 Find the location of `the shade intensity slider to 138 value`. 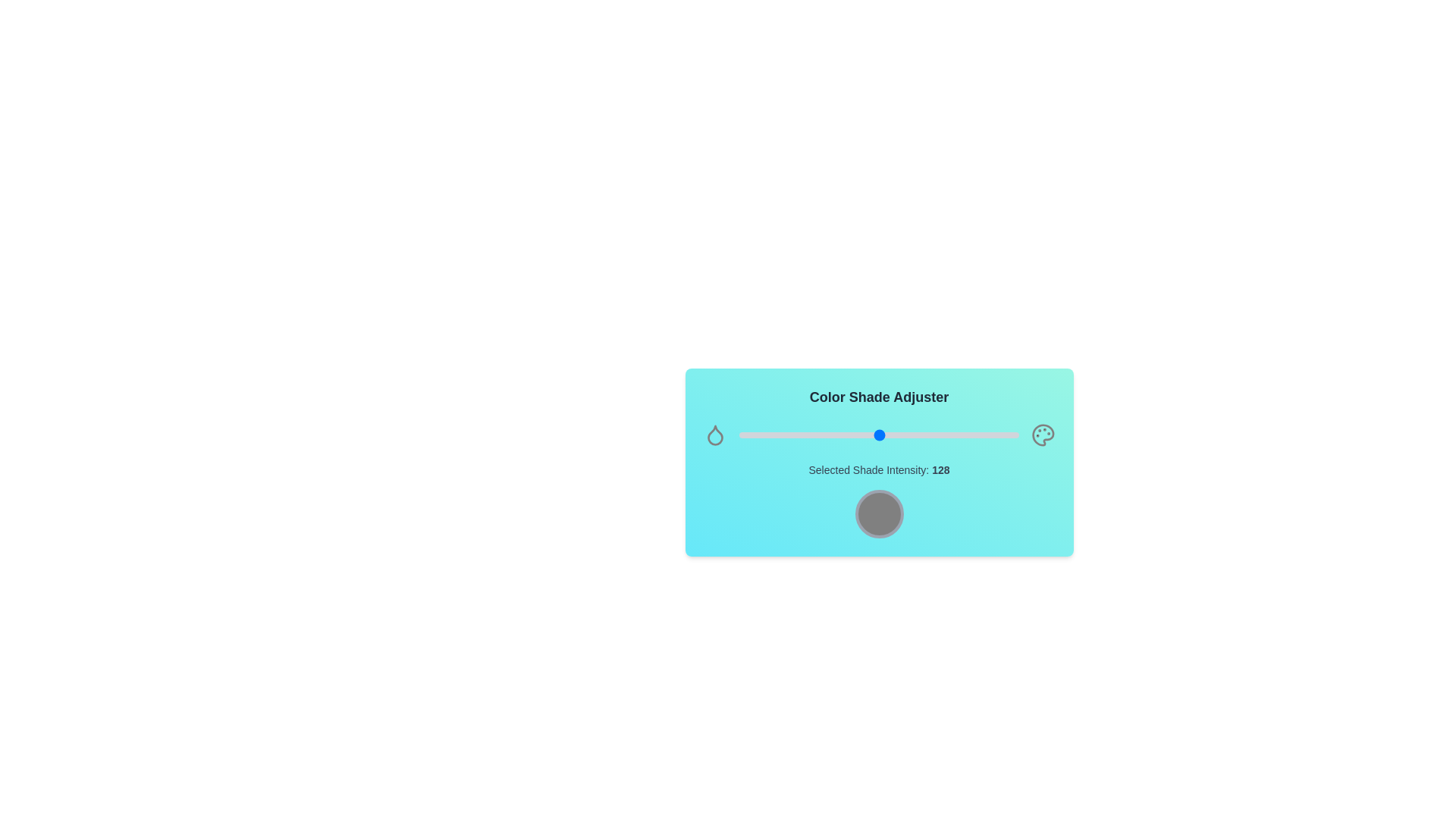

the shade intensity slider to 138 value is located at coordinates (890, 435).